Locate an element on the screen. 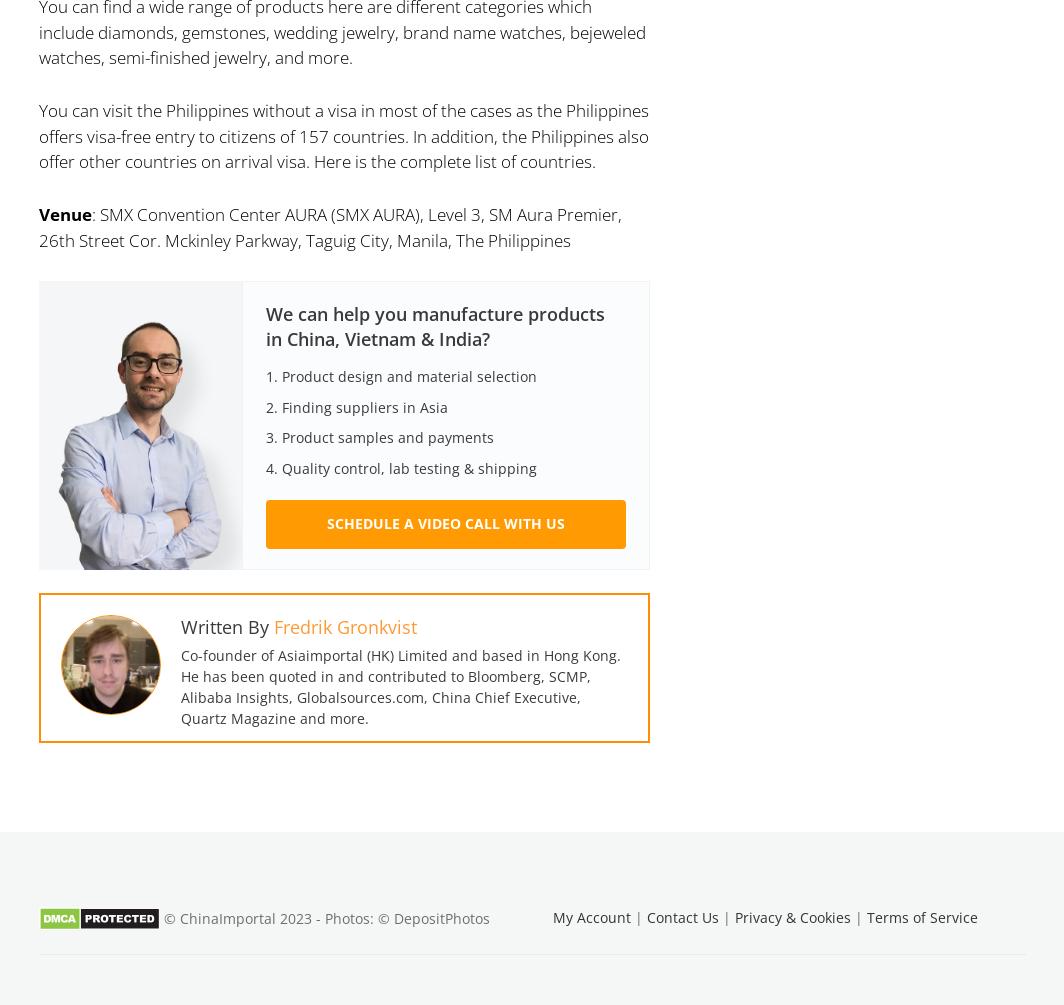 Image resolution: width=1064 pixels, height=1005 pixels. 'Contact Us' is located at coordinates (647, 916).